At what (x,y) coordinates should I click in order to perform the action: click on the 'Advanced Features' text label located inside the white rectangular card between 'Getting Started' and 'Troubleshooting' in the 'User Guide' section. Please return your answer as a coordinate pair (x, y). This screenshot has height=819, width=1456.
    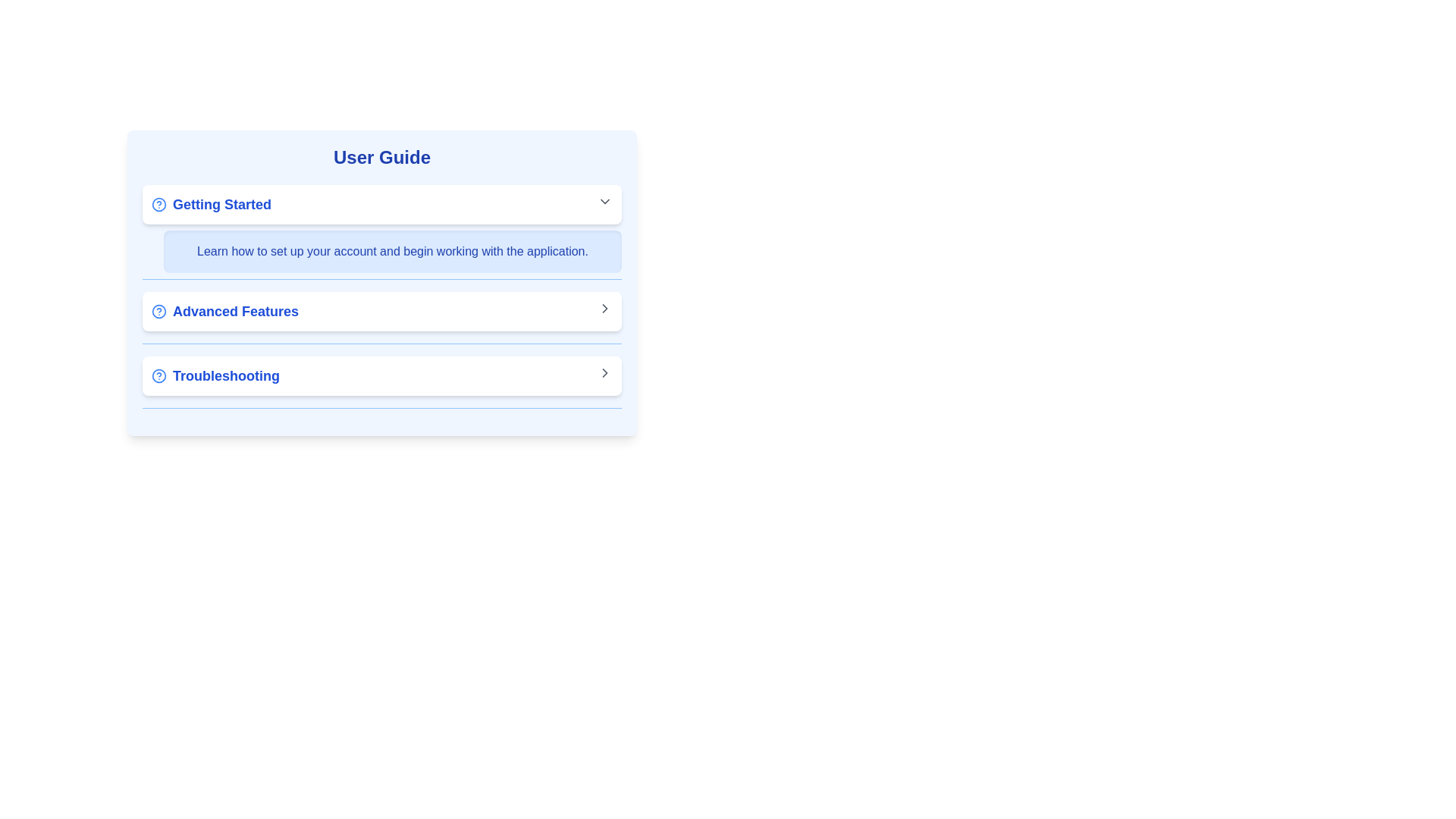
    Looking at the image, I should click on (224, 311).